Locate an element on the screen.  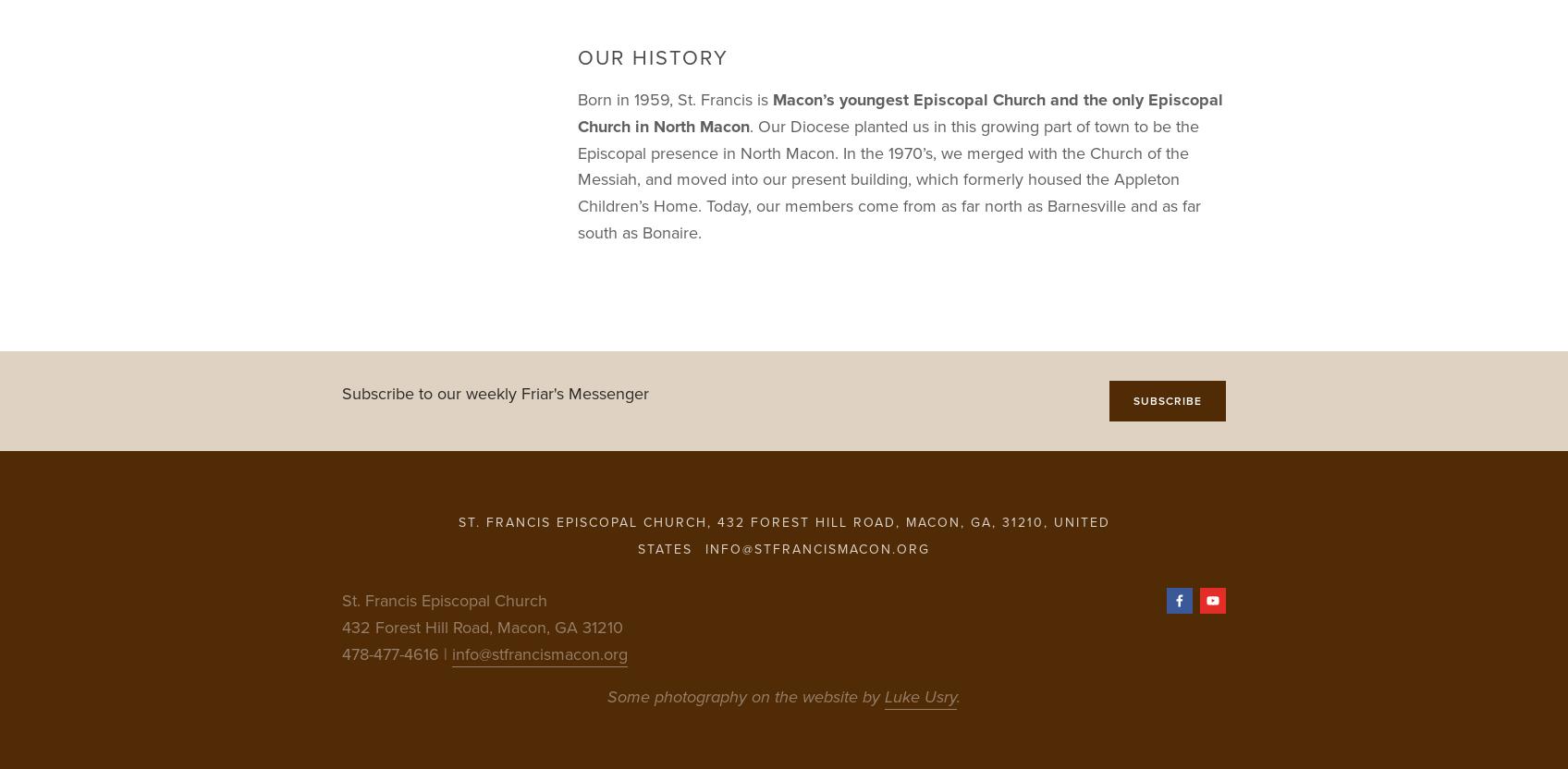
'Born in 1959, St. Francis is' is located at coordinates (675, 98).